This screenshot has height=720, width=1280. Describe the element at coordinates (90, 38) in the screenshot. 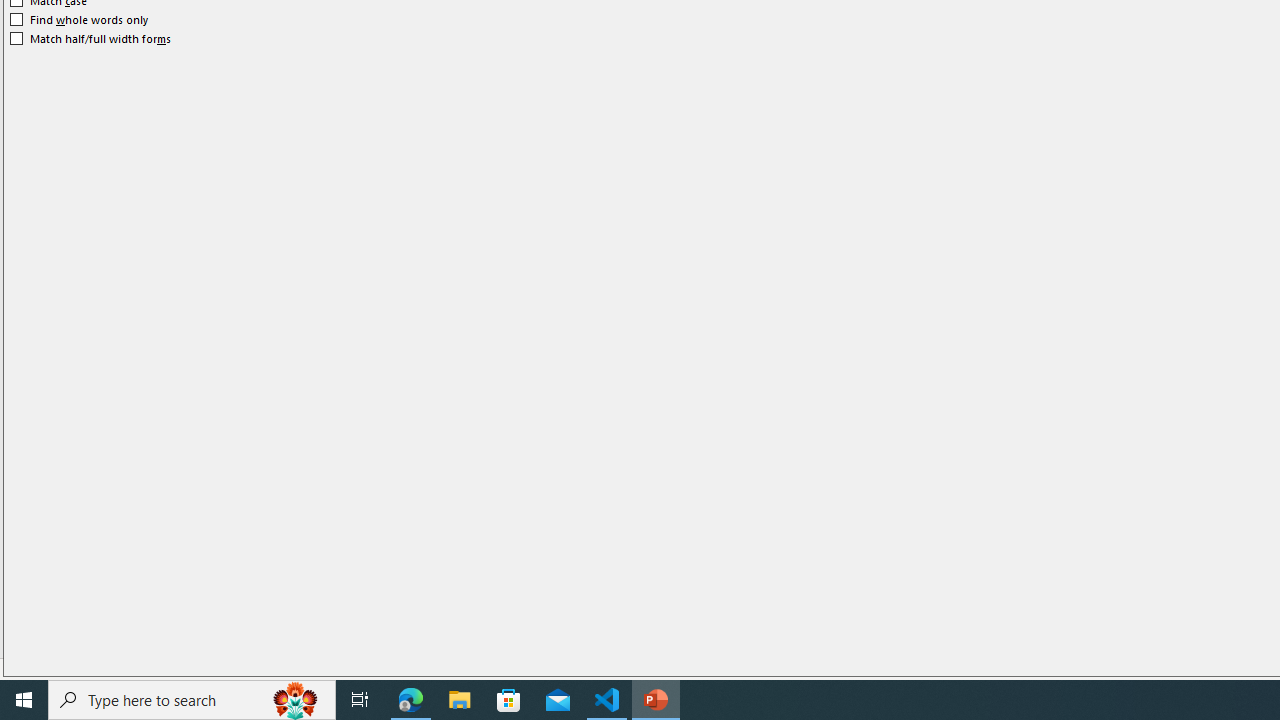

I see `'Match half/full width forms'` at that location.